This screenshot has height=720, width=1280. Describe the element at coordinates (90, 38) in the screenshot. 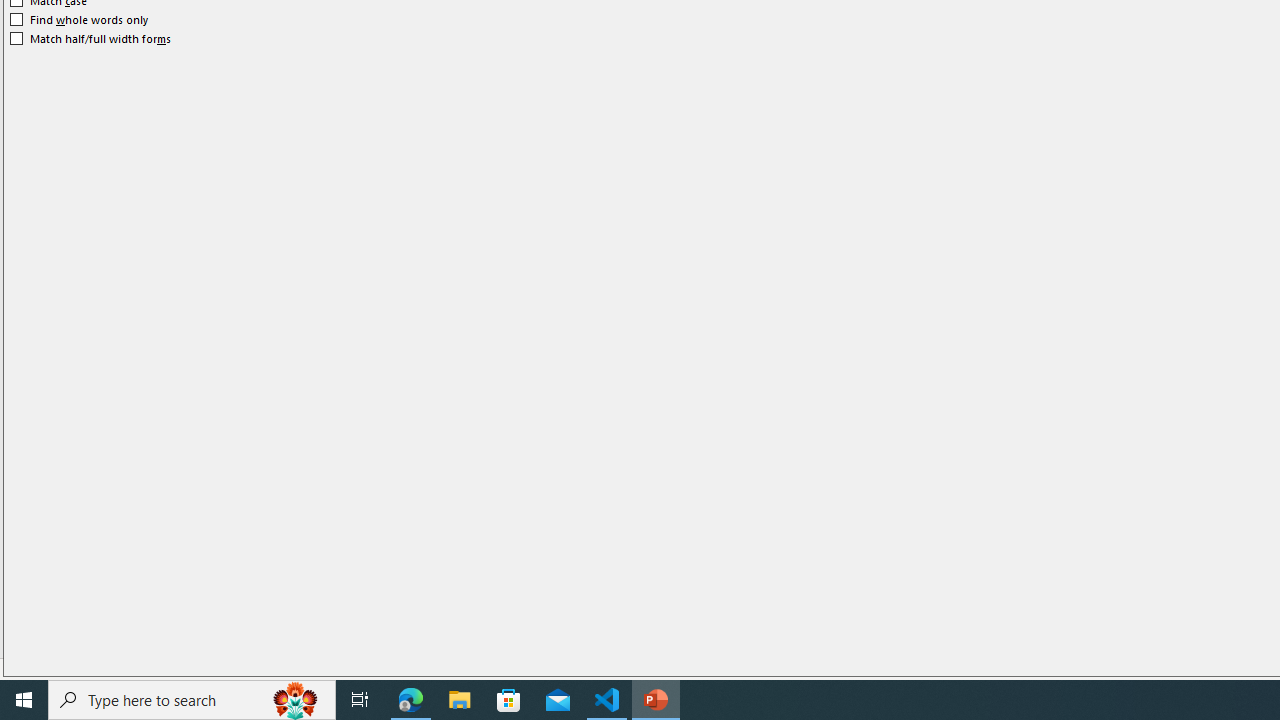

I see `'Match half/full width forms'` at that location.